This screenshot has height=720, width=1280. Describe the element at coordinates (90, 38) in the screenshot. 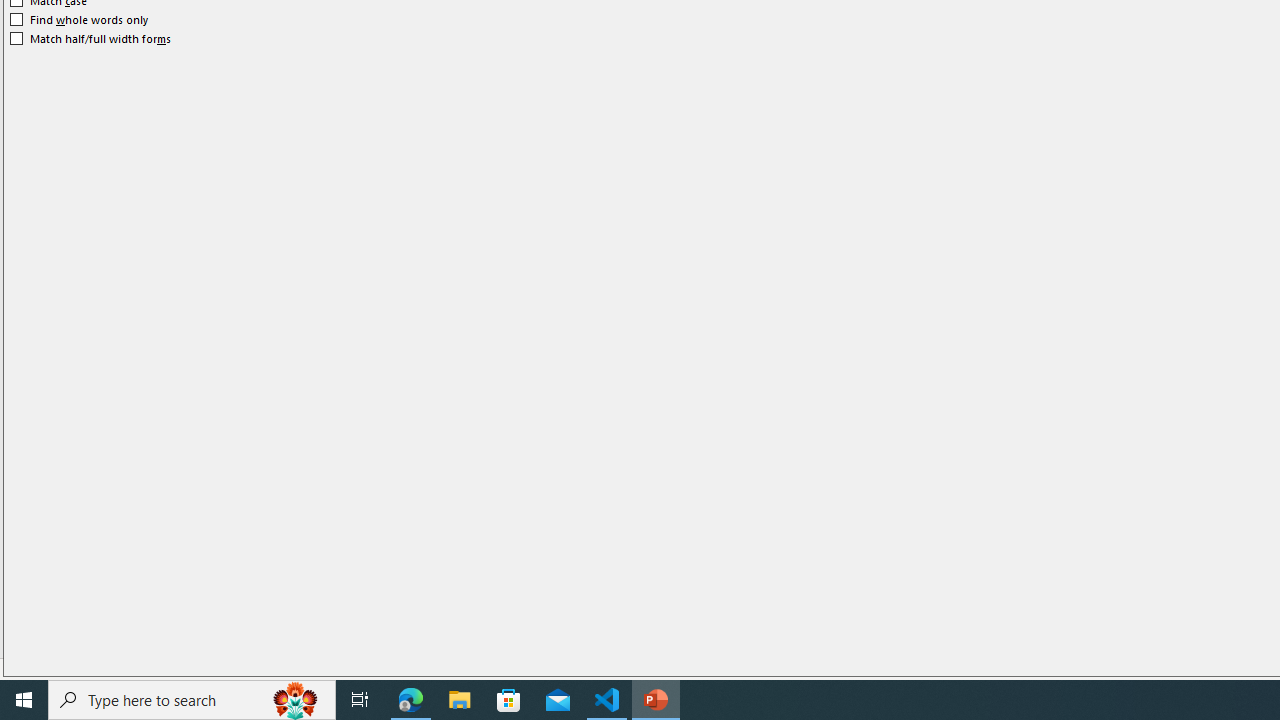

I see `'Match half/full width forms'` at that location.